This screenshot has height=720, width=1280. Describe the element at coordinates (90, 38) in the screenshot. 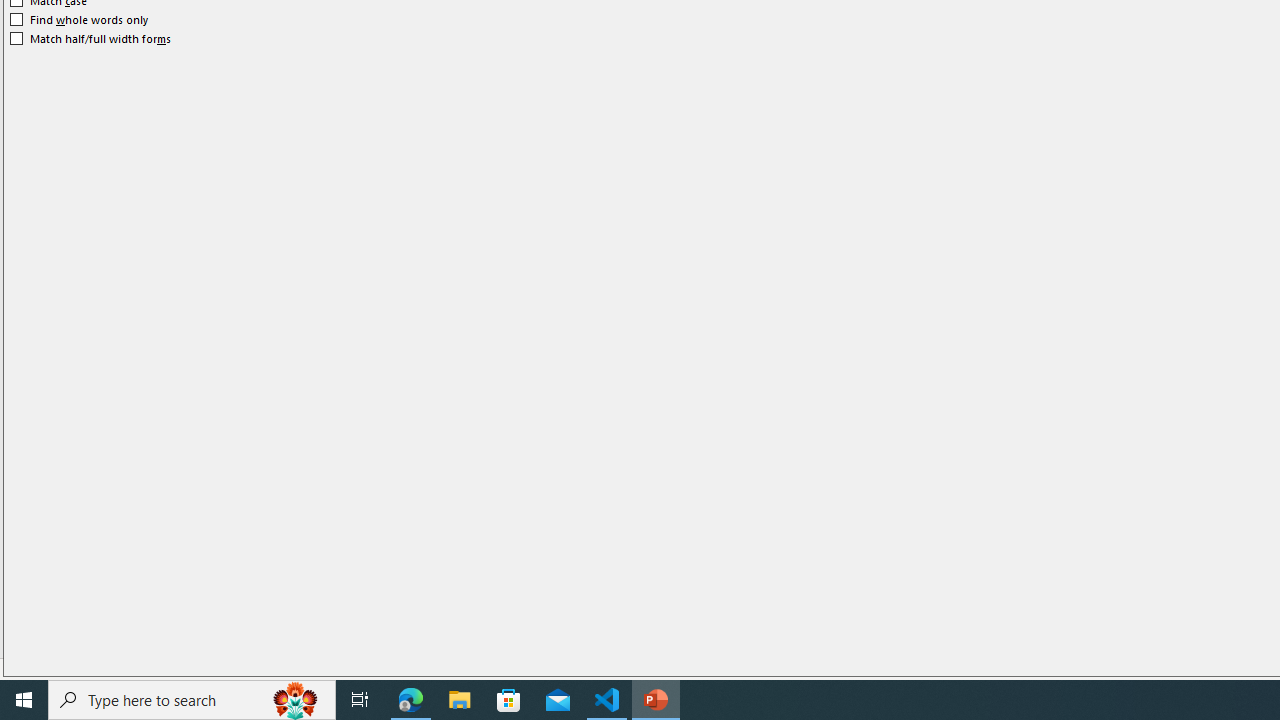

I see `'Match half/full width forms'` at that location.